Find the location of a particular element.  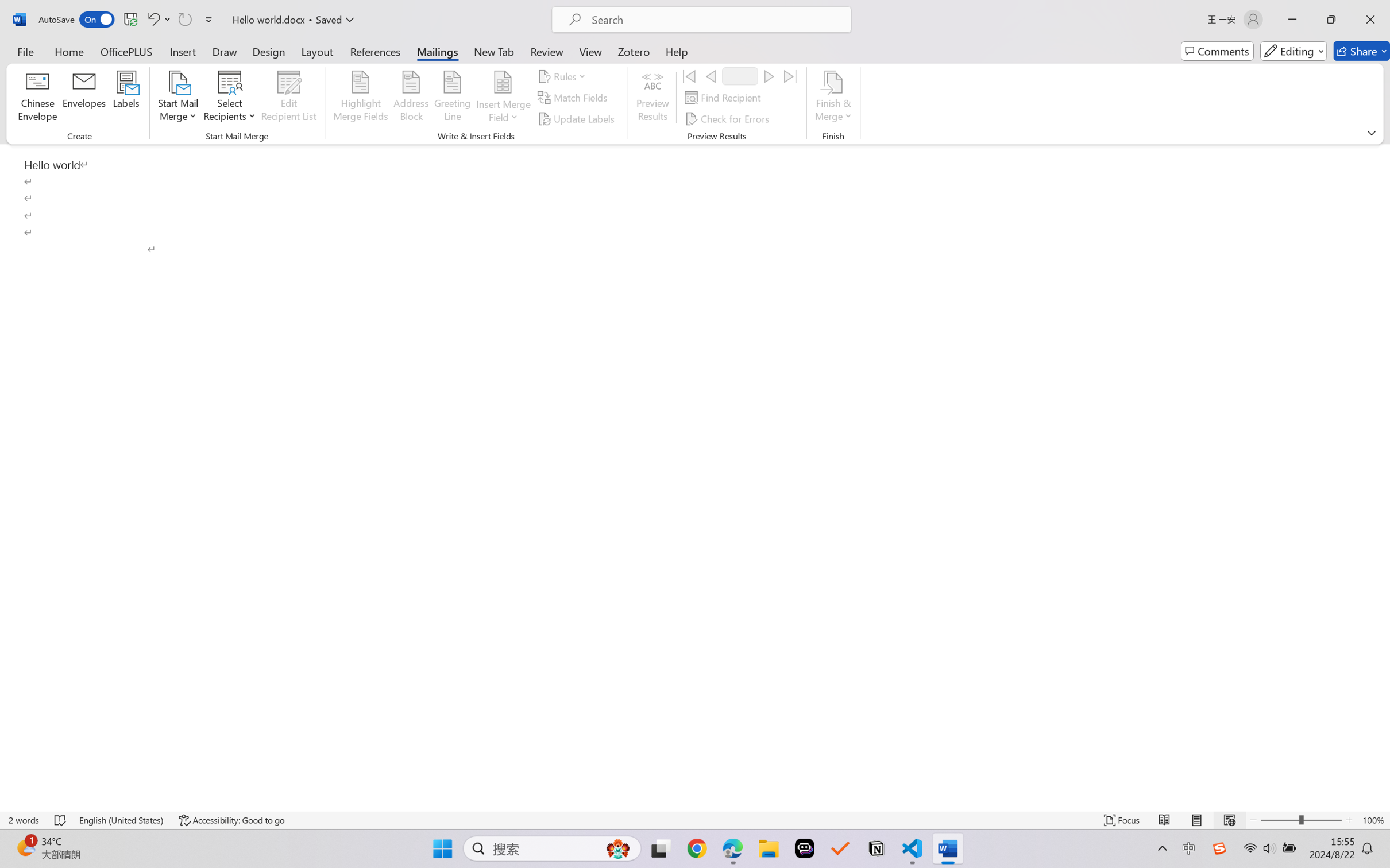

'Update Labels' is located at coordinates (577, 119).